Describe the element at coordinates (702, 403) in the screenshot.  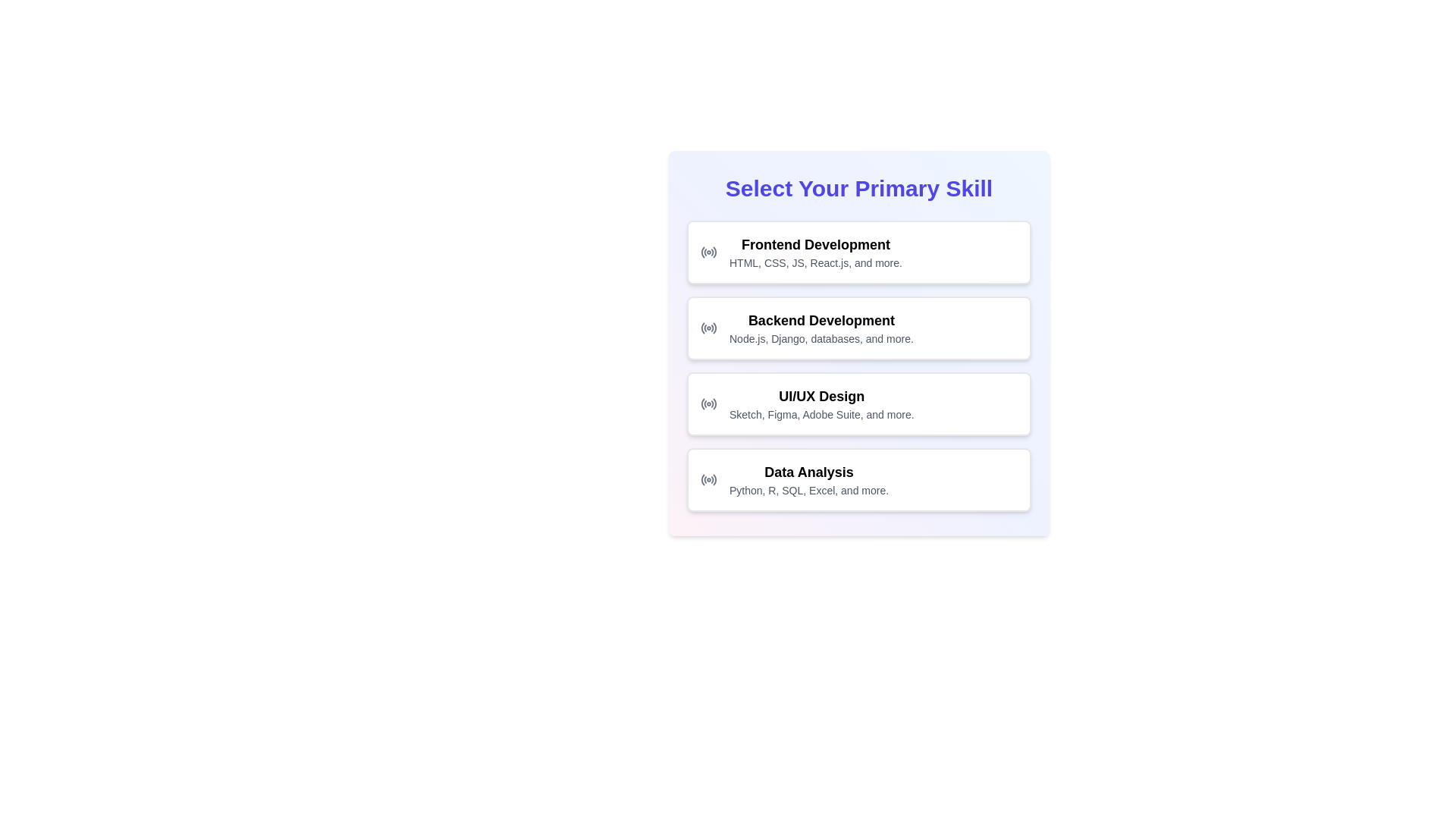
I see `the innermost part of the left wave group of the radio icon within the 'UI/UX Design' option box, which is an SVG curve resembling a sound wave` at that location.